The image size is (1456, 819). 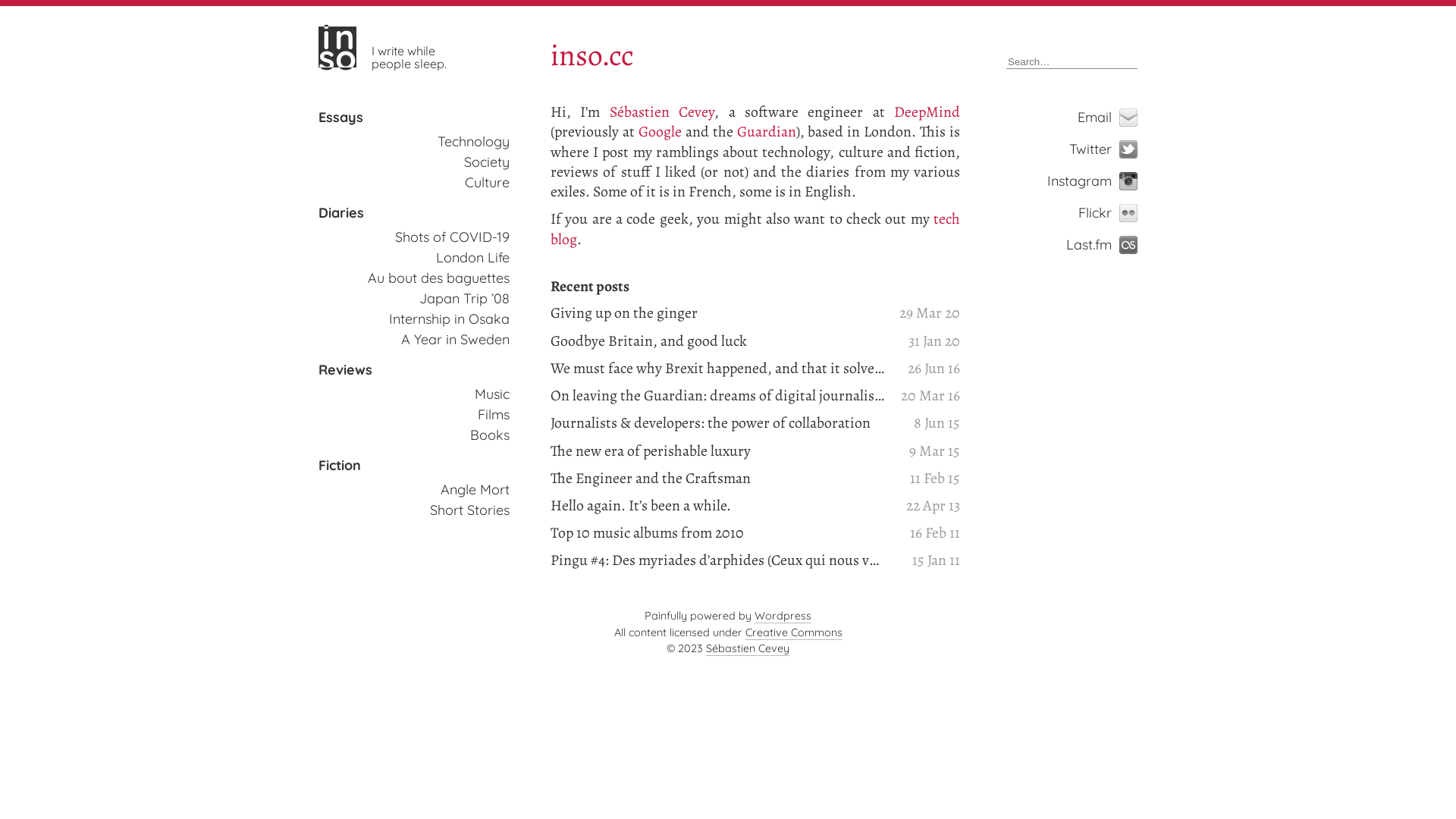 I want to click on 'Twitter', so click(x=1115, y=149).